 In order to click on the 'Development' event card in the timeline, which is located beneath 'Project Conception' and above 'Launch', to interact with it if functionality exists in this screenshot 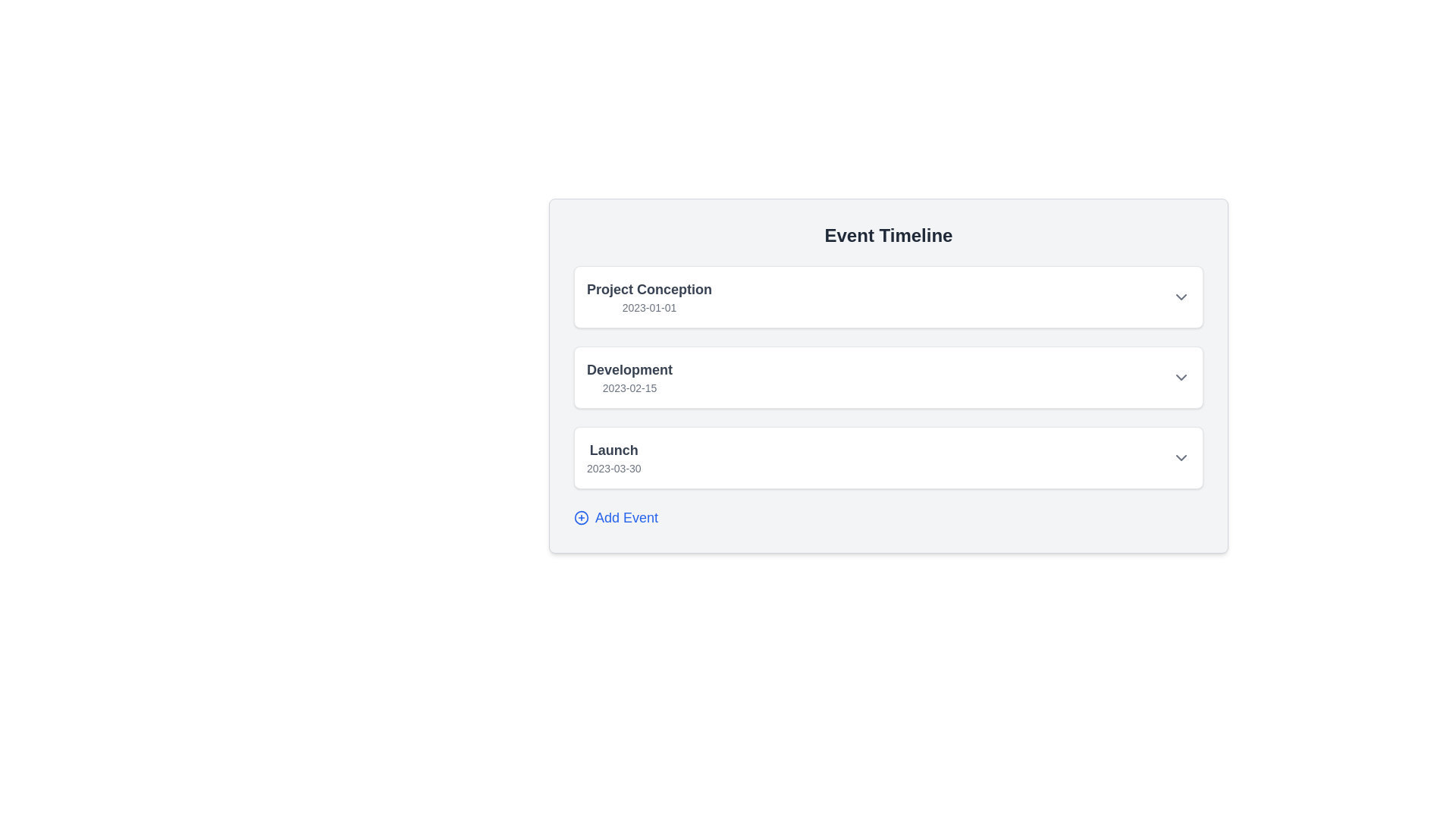, I will do `click(888, 376)`.